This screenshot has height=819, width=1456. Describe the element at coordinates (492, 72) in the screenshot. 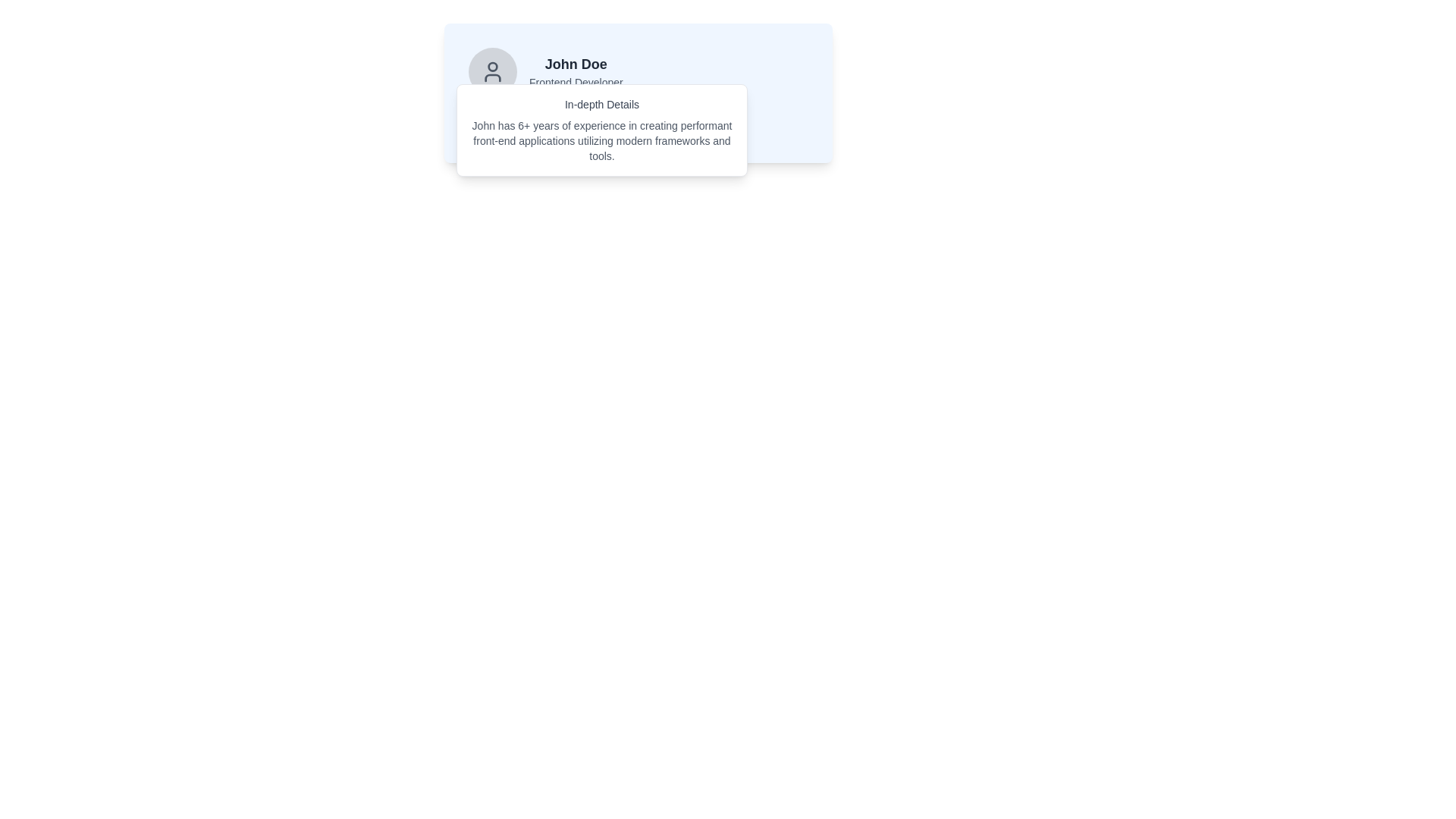

I see `the user icon, which is an SVG icon styled with a circular structure and outlined in gray, located at the center of a rounded gray background to the left of the text elements labeled 'John Doe' and 'Frontend Developer' on the profile card` at that location.